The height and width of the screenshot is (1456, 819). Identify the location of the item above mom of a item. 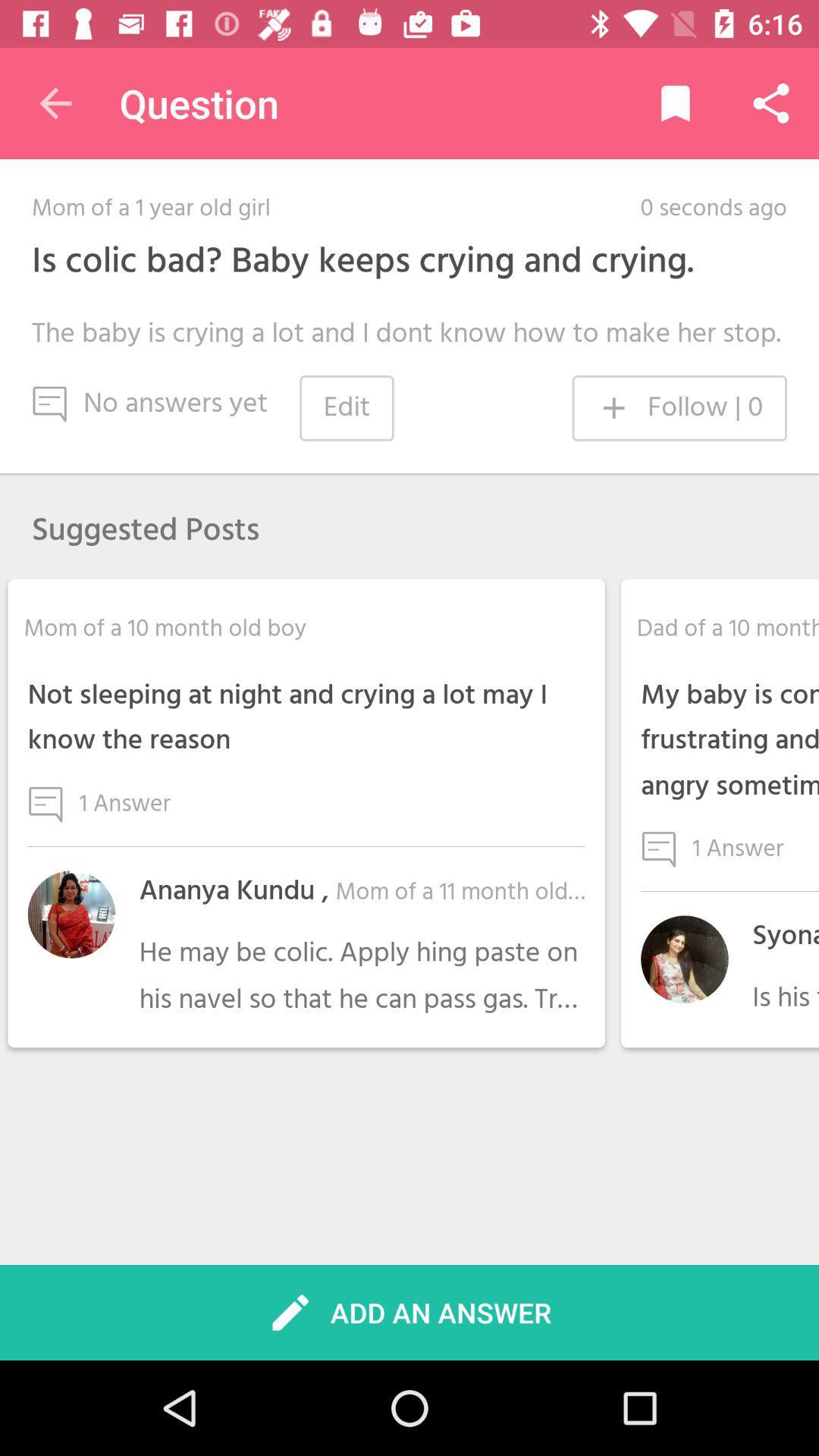
(55, 102).